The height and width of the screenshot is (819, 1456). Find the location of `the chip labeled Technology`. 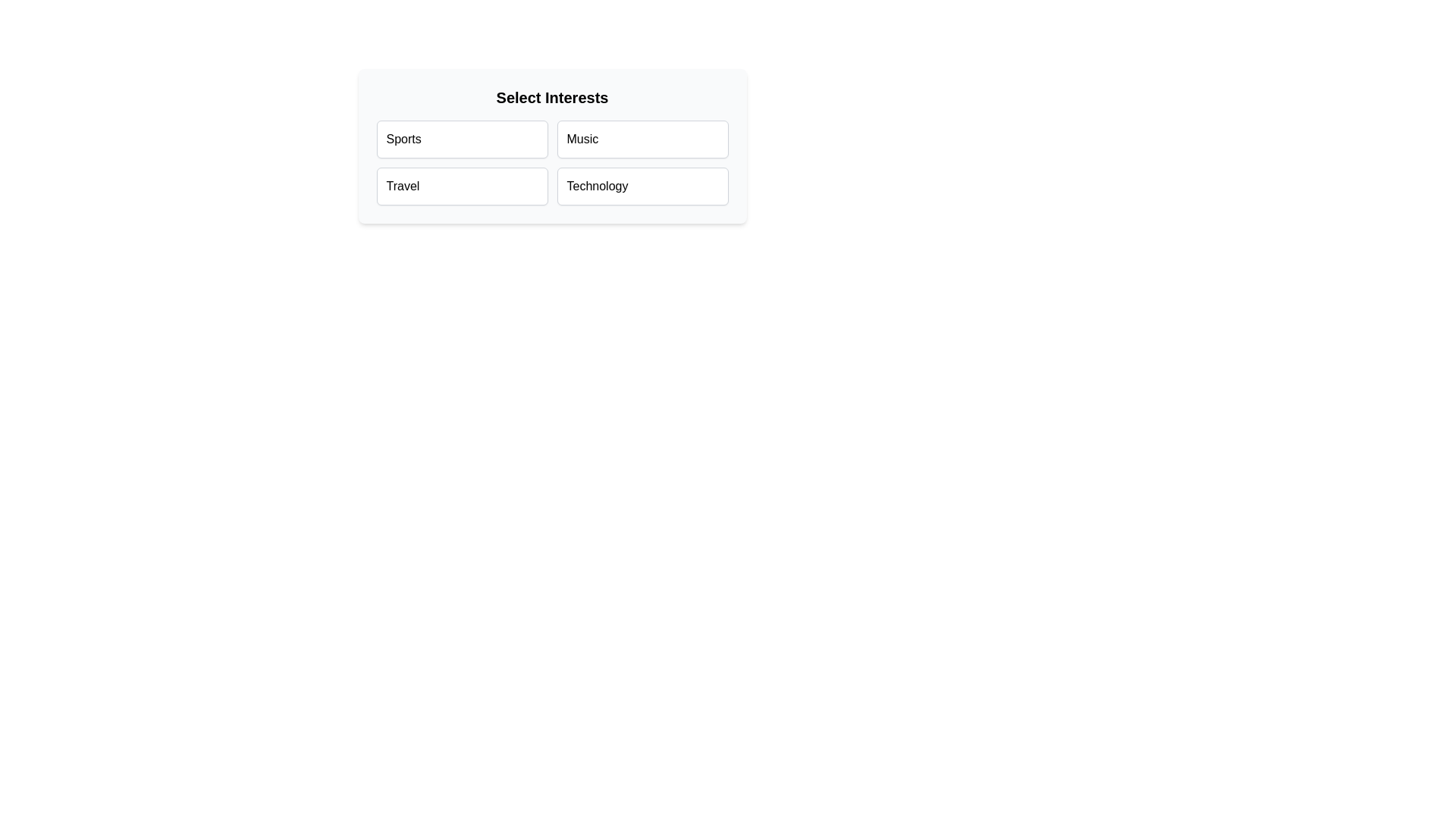

the chip labeled Technology is located at coordinates (642, 186).